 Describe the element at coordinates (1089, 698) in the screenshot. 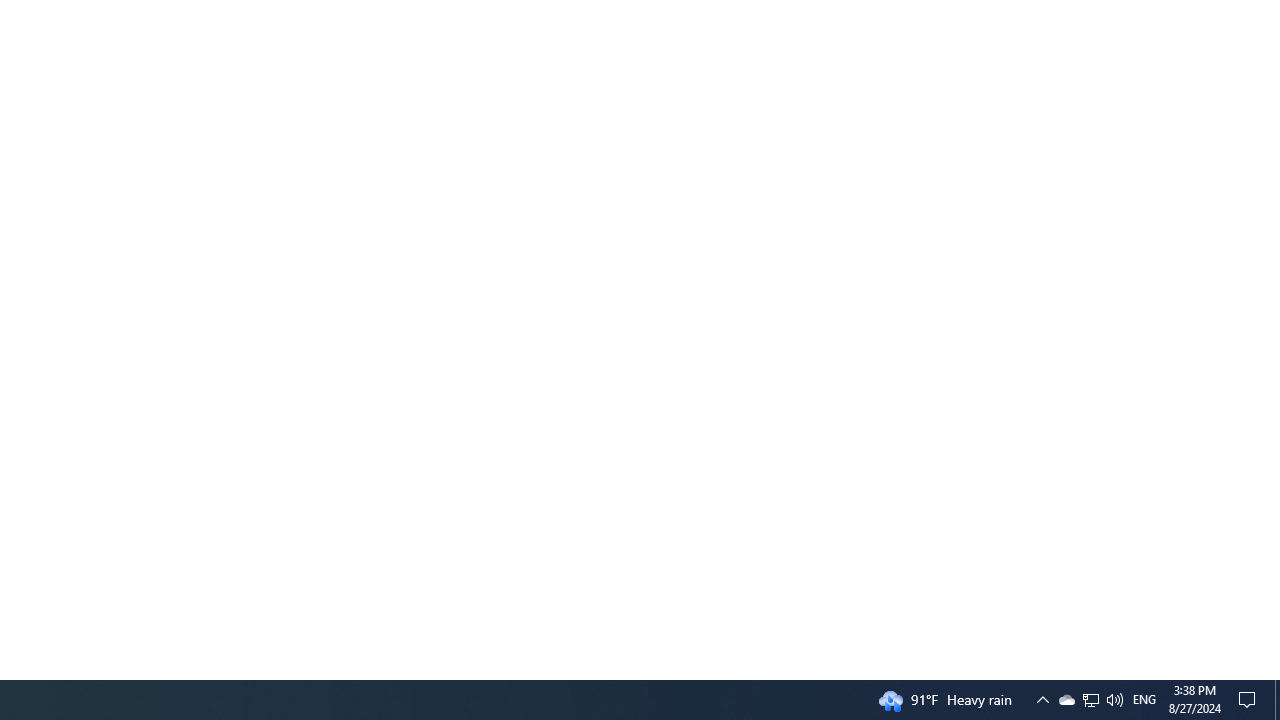

I see `'Q2790: 100%'` at that location.